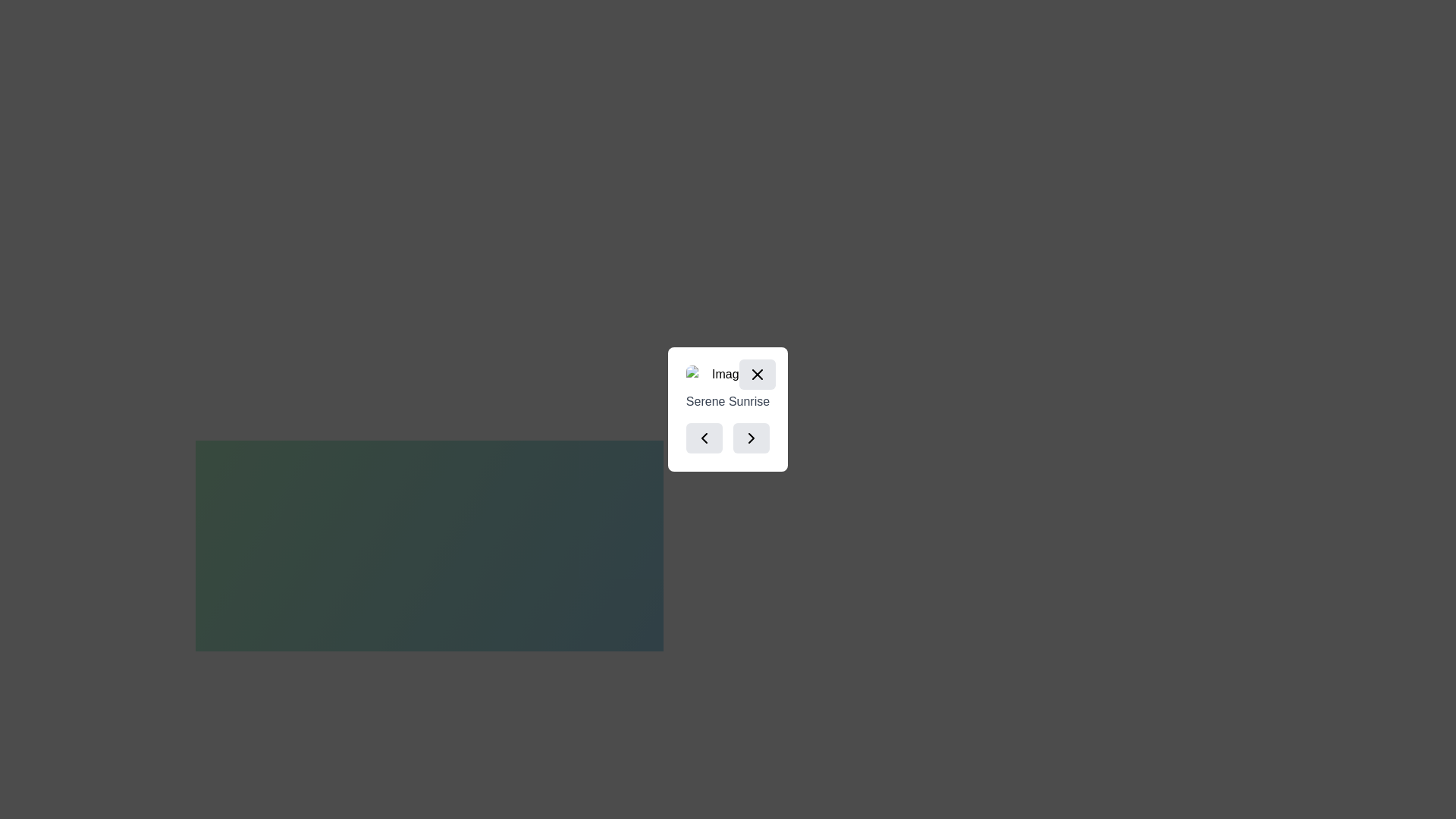 The image size is (1456, 819). Describe the element at coordinates (428, 536) in the screenshot. I see `the rectangular Background section with a gradient from green` at that location.